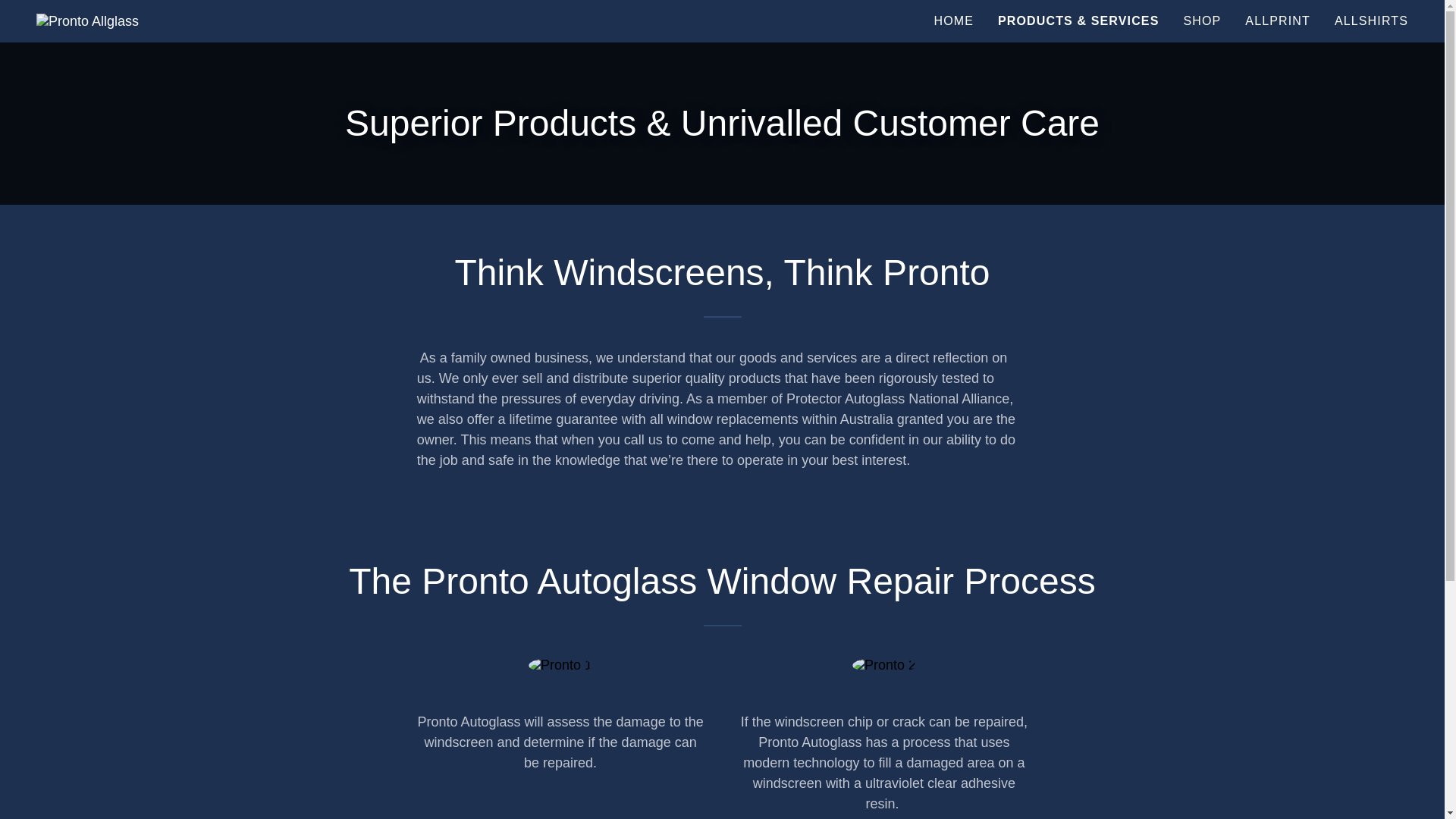 The height and width of the screenshot is (819, 1456). What do you see at coordinates (1371, 20) in the screenshot?
I see `'ALLSHIRTS'` at bounding box center [1371, 20].